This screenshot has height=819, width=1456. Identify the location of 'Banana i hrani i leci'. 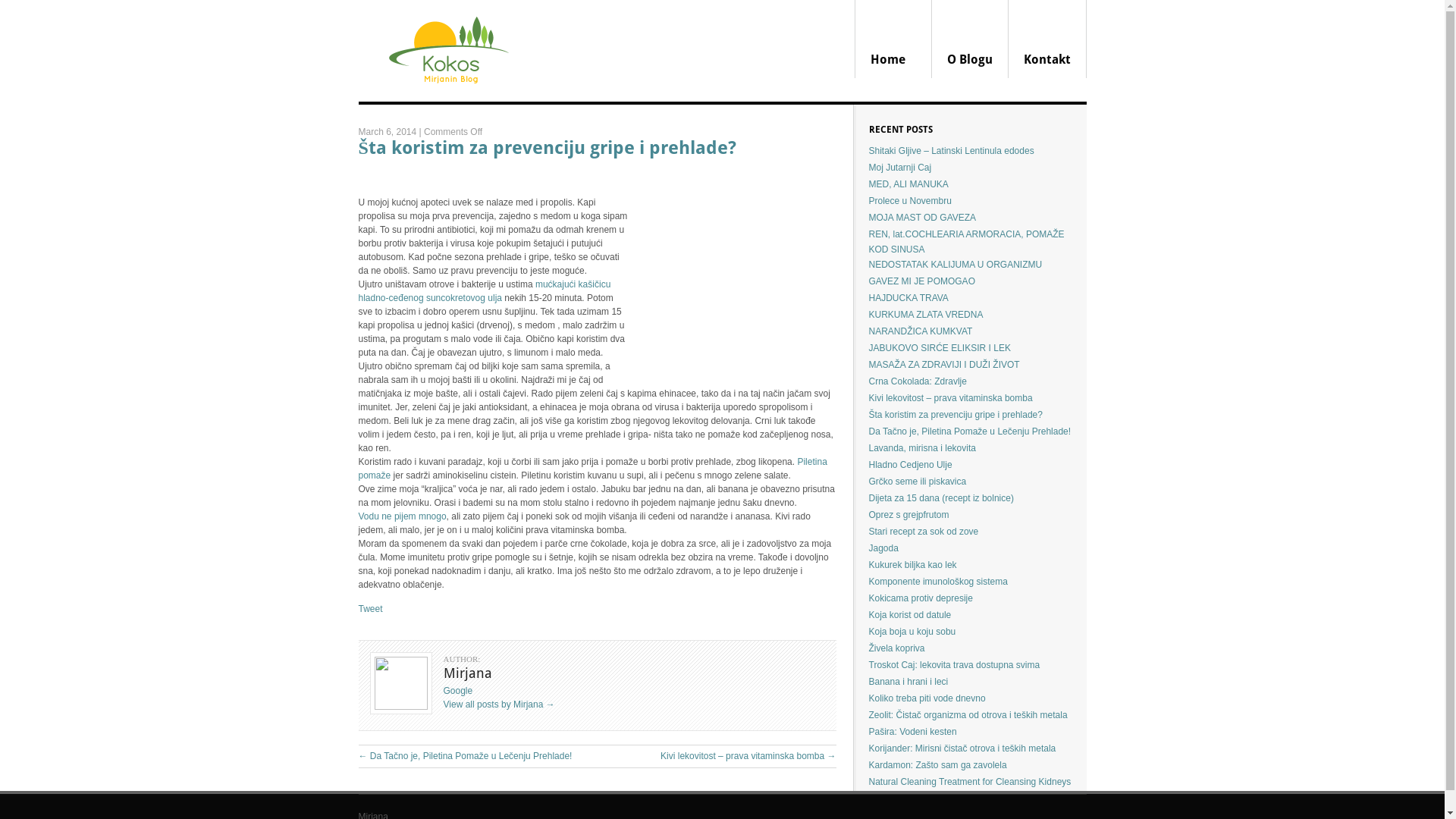
(908, 680).